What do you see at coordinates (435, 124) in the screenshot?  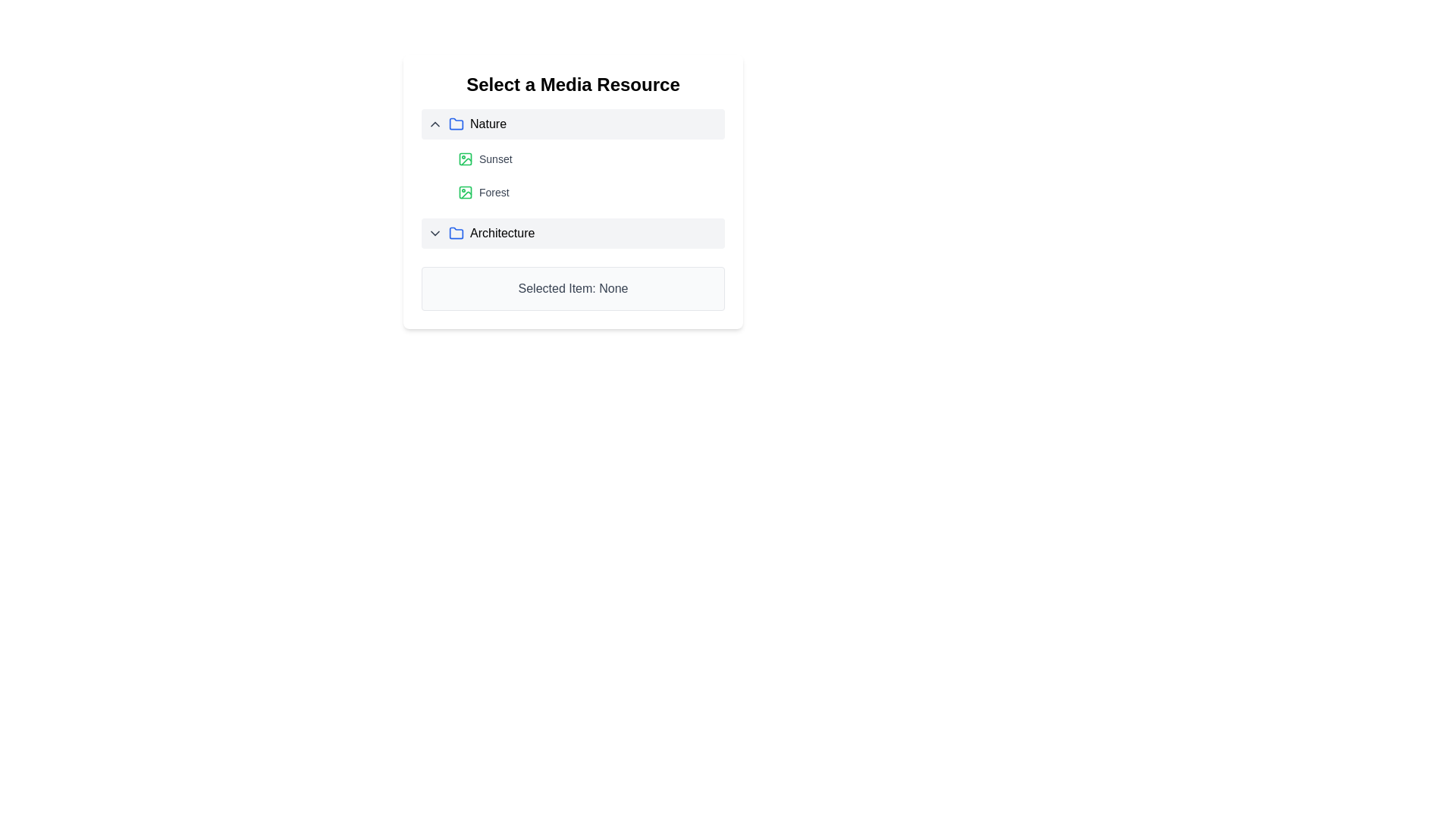 I see `the visibility toggle icon located to the left of the 'Nature' text in the list structure` at bounding box center [435, 124].